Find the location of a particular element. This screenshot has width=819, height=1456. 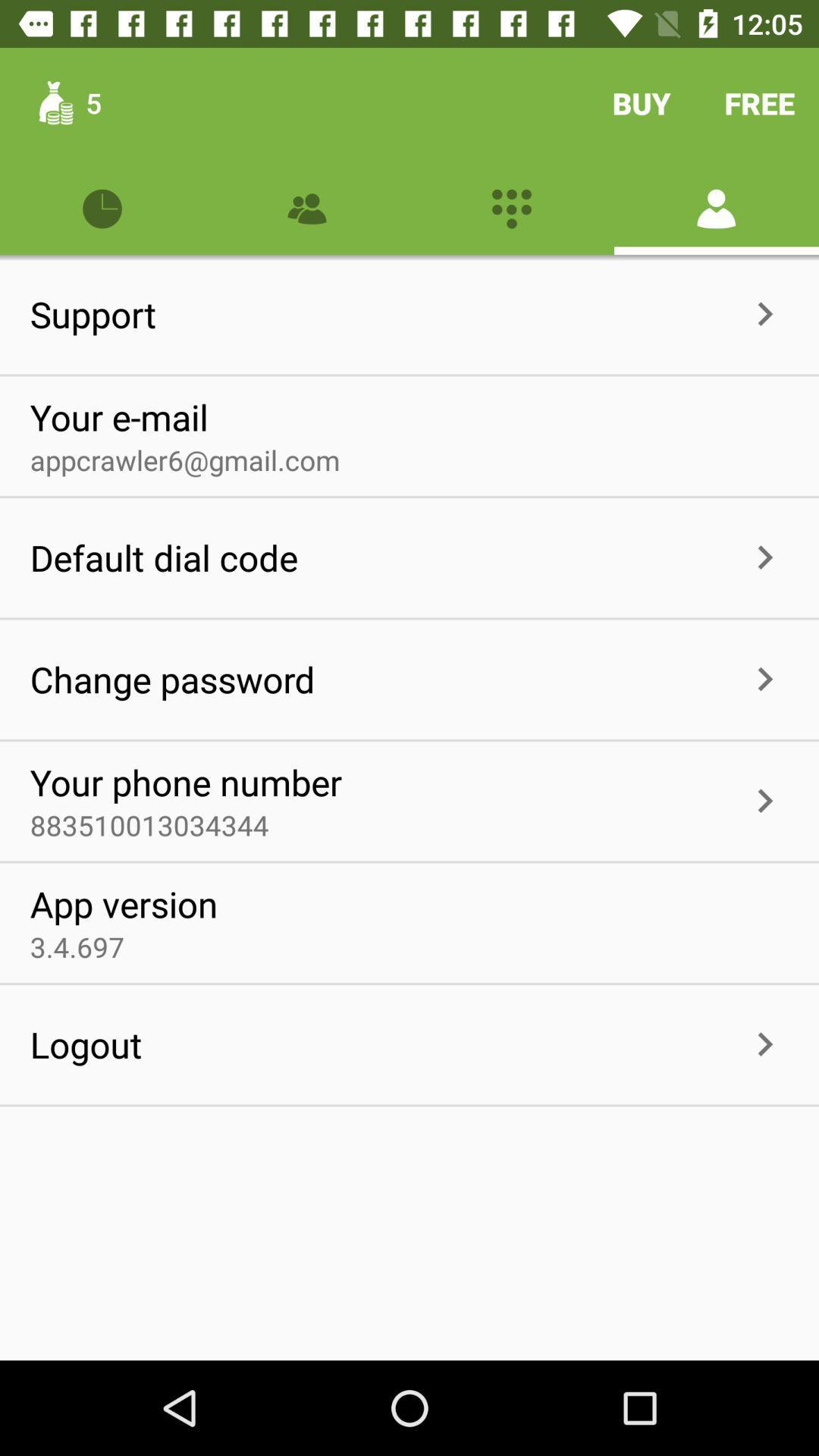

item next to the buy is located at coordinates (760, 102).